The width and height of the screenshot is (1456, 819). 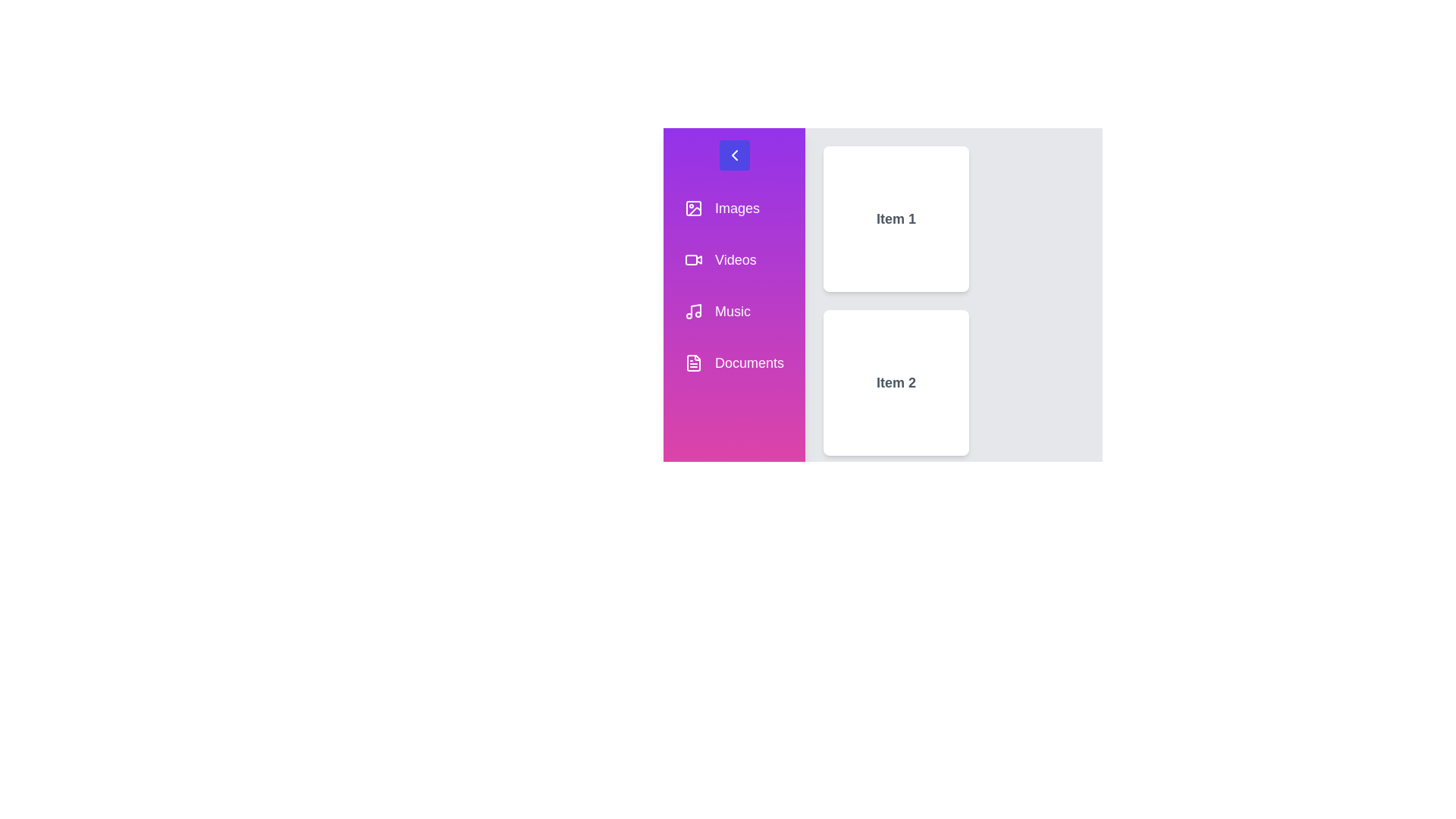 I want to click on the sidebar menu item labeled Videos, so click(x=734, y=259).